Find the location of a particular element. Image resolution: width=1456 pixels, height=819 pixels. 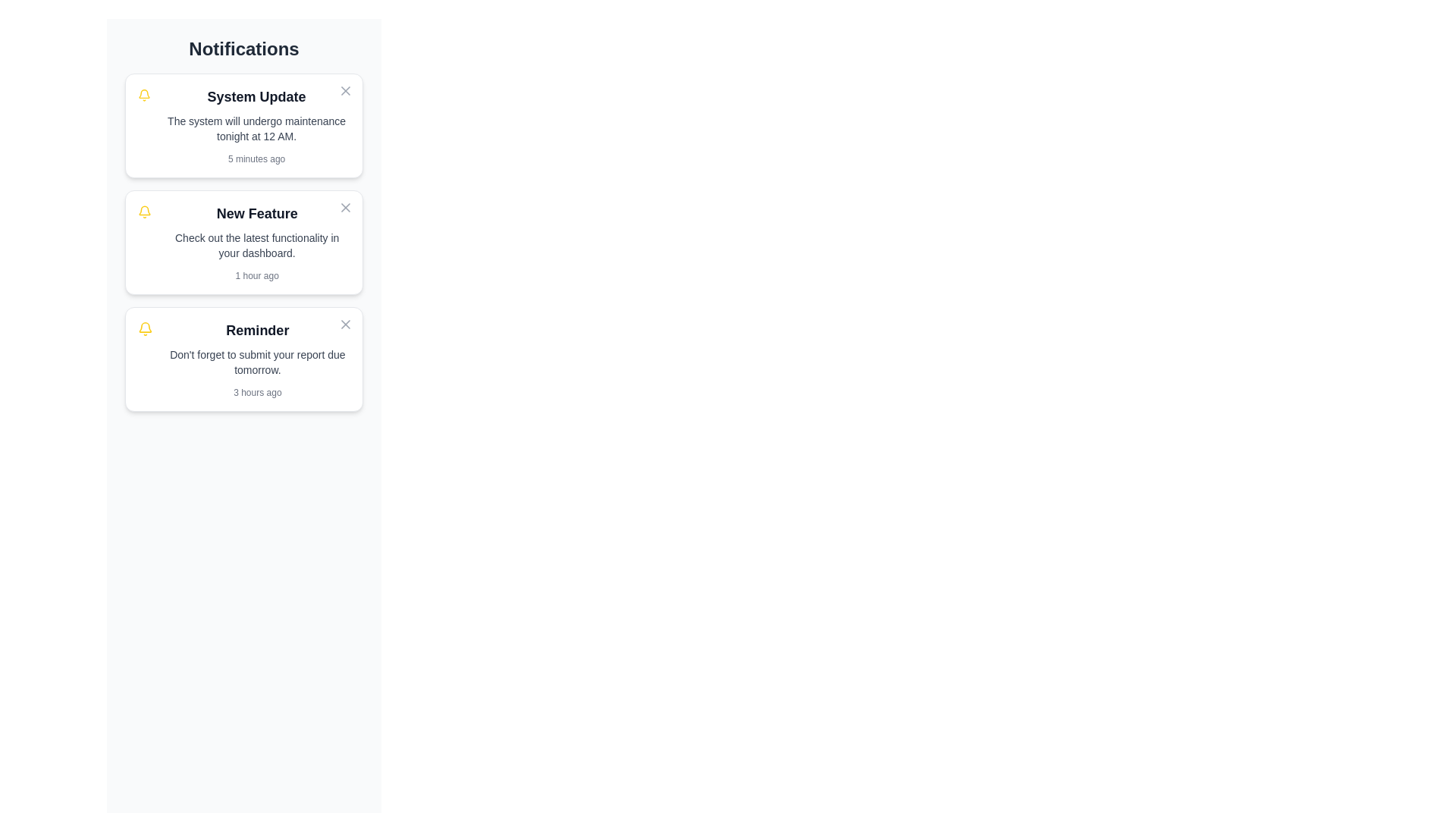

the notification icon indicating the 'System Update' alert, which is positioned in the uppermost notification card to the left of the title is located at coordinates (144, 96).